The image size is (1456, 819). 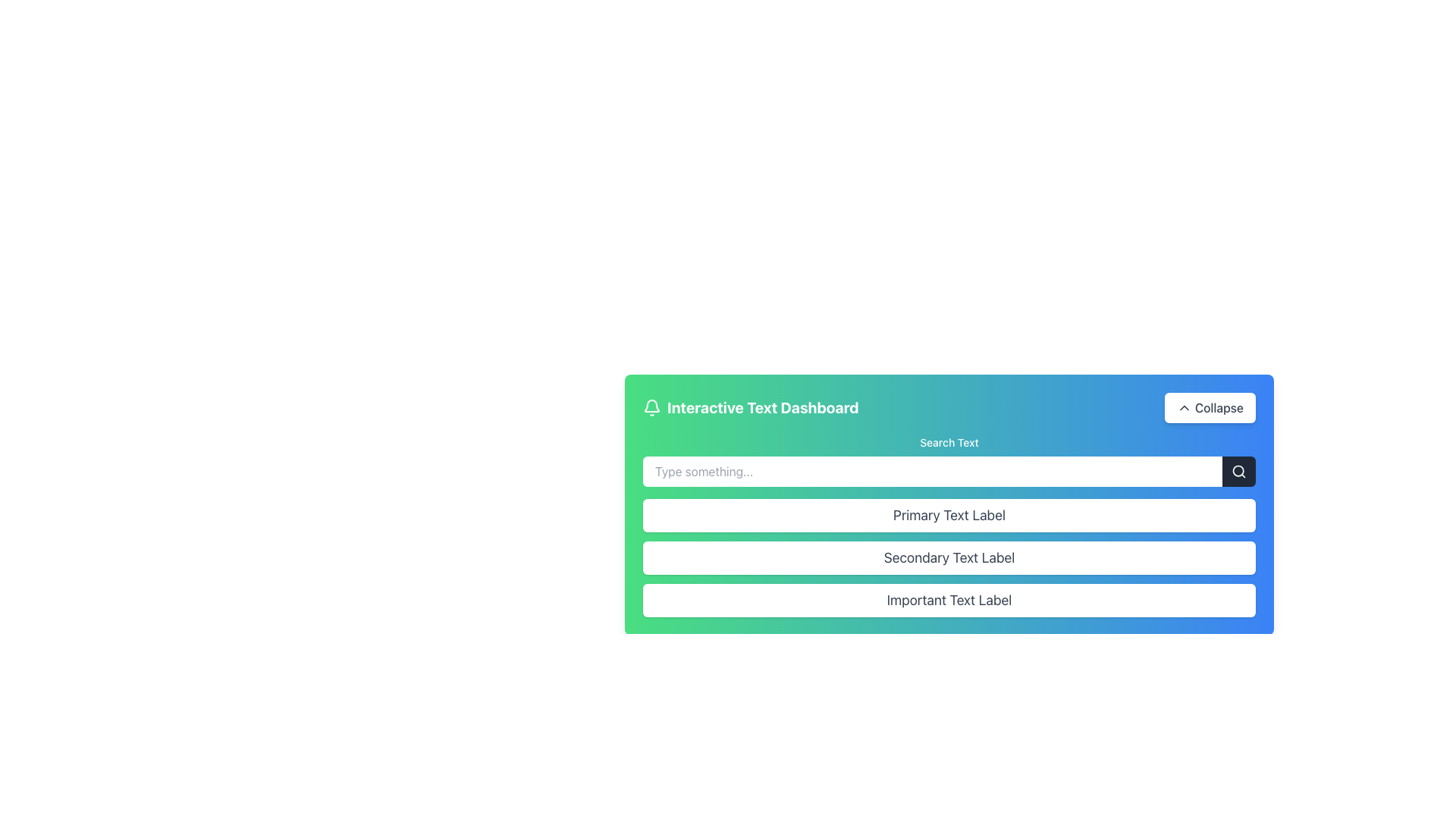 What do you see at coordinates (763, 406) in the screenshot?
I see `'Interactive Text Dashboard' label which is a bold, white text element located towards the upper-left section of the interface, aligned with the 'Search Text' label` at bounding box center [763, 406].